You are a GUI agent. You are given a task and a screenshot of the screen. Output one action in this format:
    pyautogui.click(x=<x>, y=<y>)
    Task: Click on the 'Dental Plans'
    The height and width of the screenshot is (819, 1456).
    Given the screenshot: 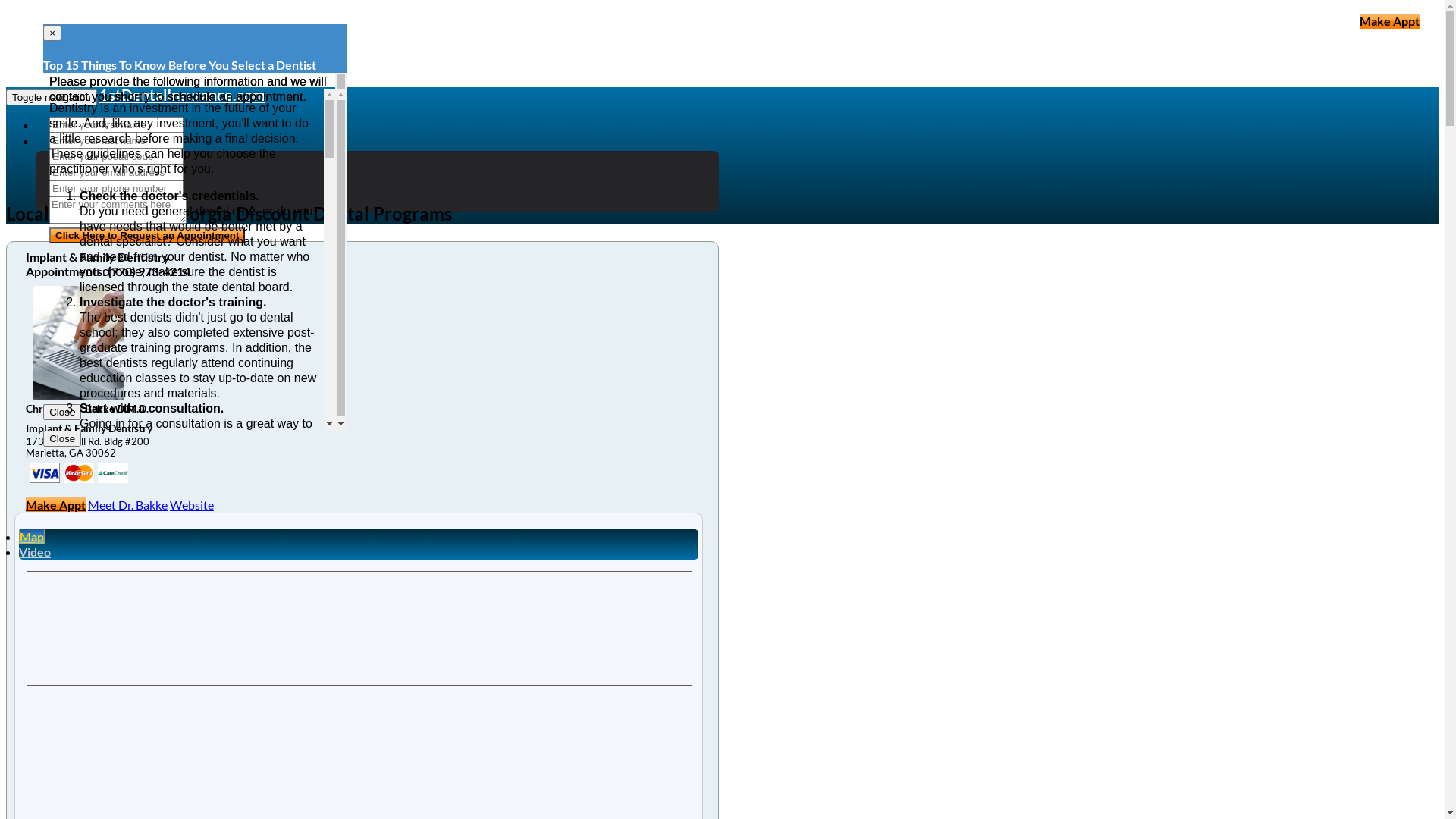 What is the action you would take?
    pyautogui.click(x=99, y=158)
    